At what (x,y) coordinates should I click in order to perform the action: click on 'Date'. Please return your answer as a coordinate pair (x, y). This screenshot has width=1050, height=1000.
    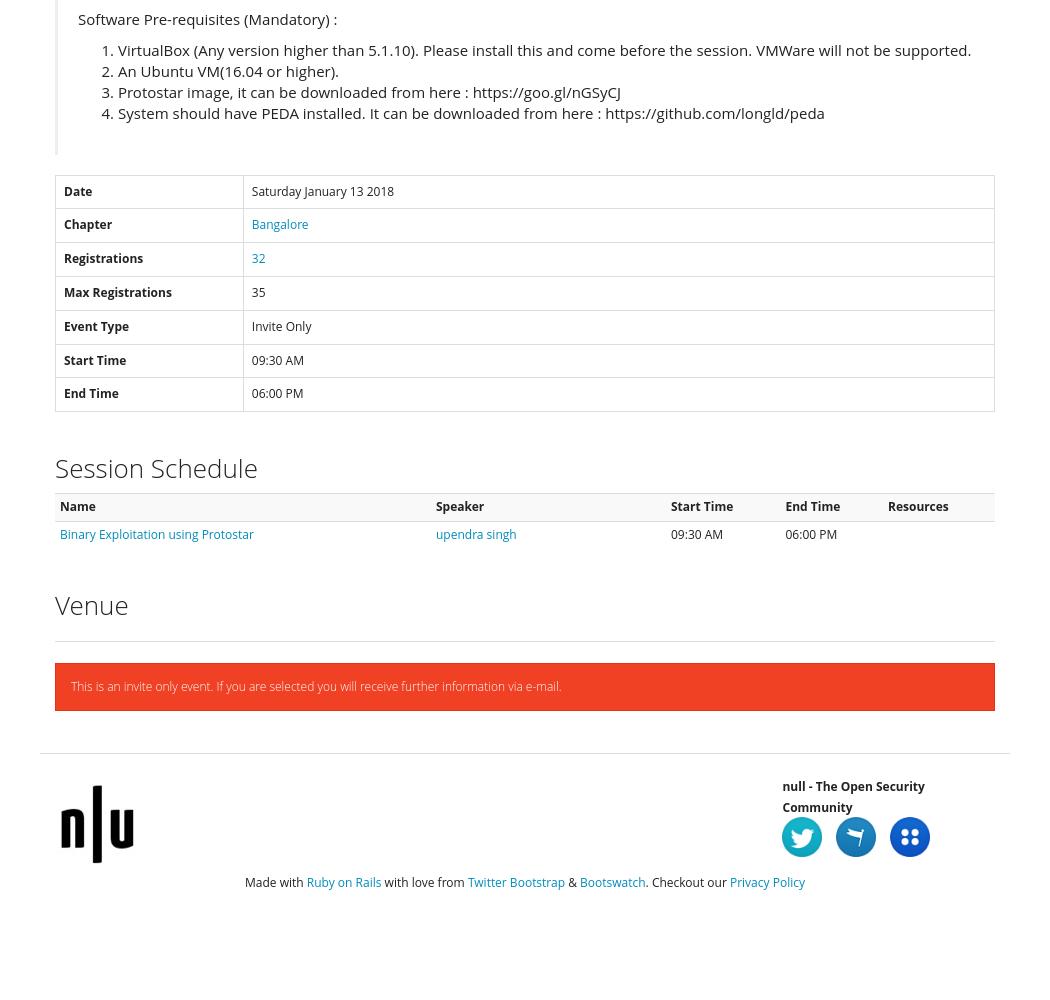
    Looking at the image, I should click on (63, 189).